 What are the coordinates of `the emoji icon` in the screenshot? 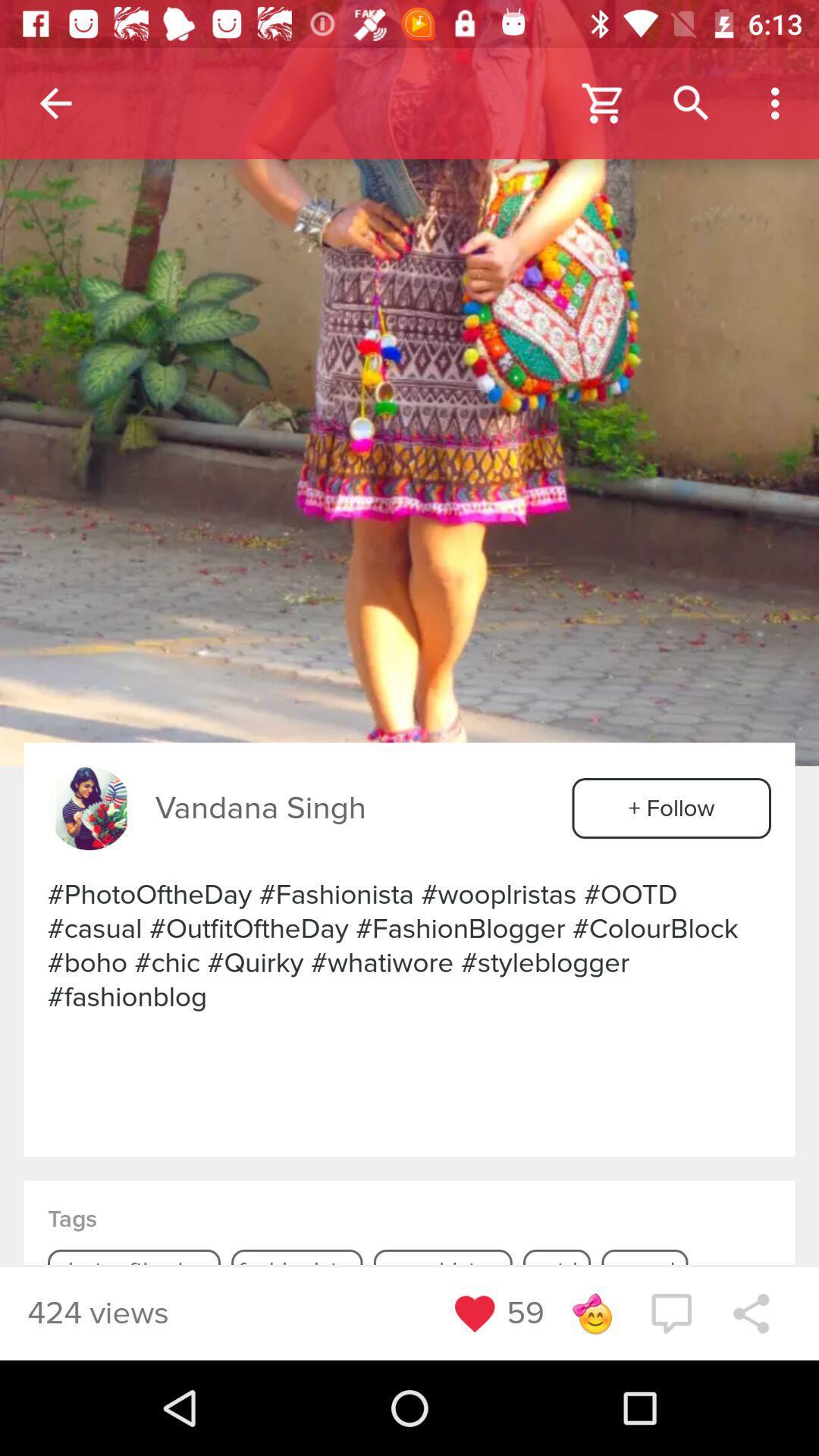 It's located at (591, 1313).